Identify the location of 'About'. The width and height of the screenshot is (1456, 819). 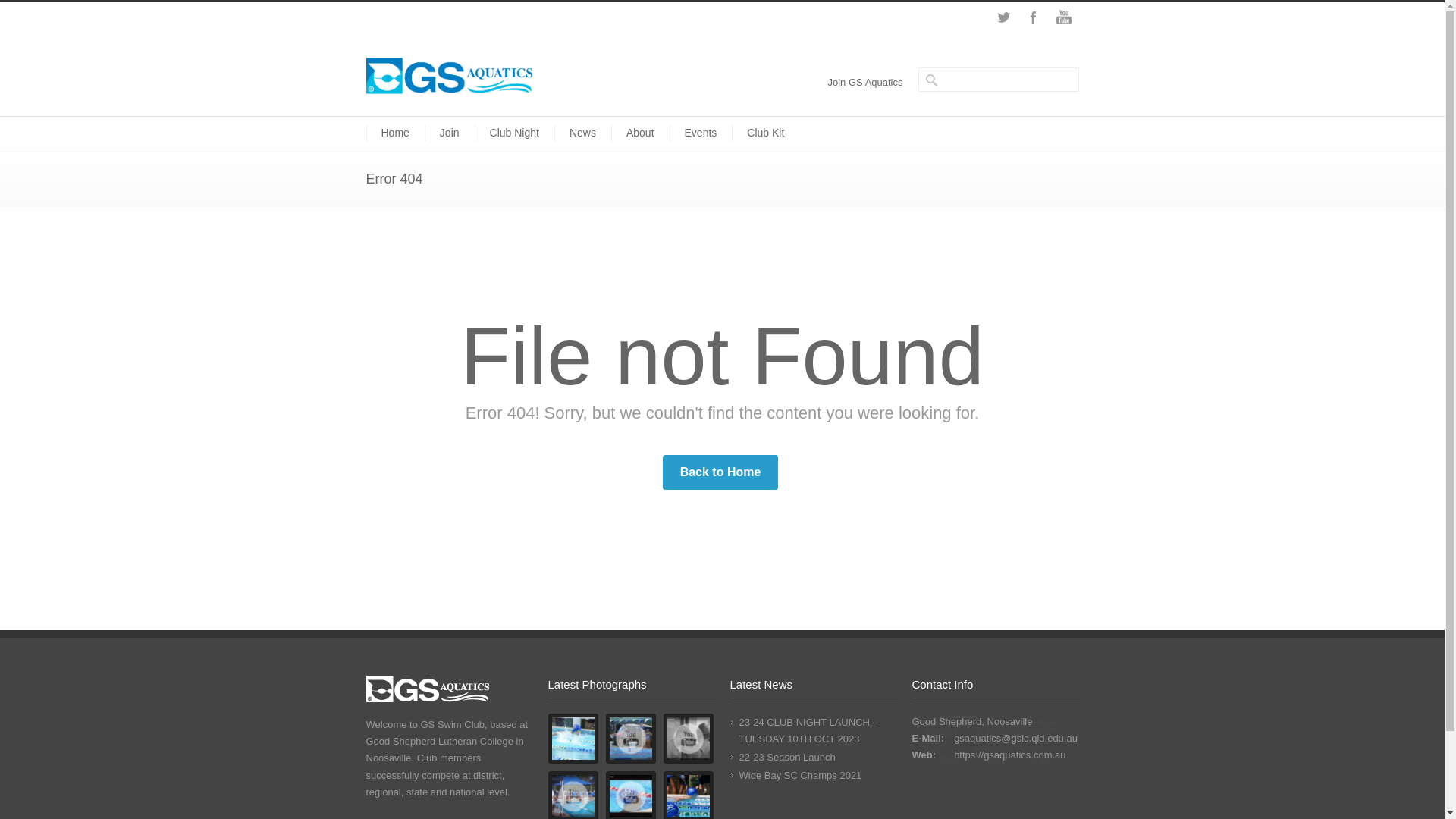
(640, 131).